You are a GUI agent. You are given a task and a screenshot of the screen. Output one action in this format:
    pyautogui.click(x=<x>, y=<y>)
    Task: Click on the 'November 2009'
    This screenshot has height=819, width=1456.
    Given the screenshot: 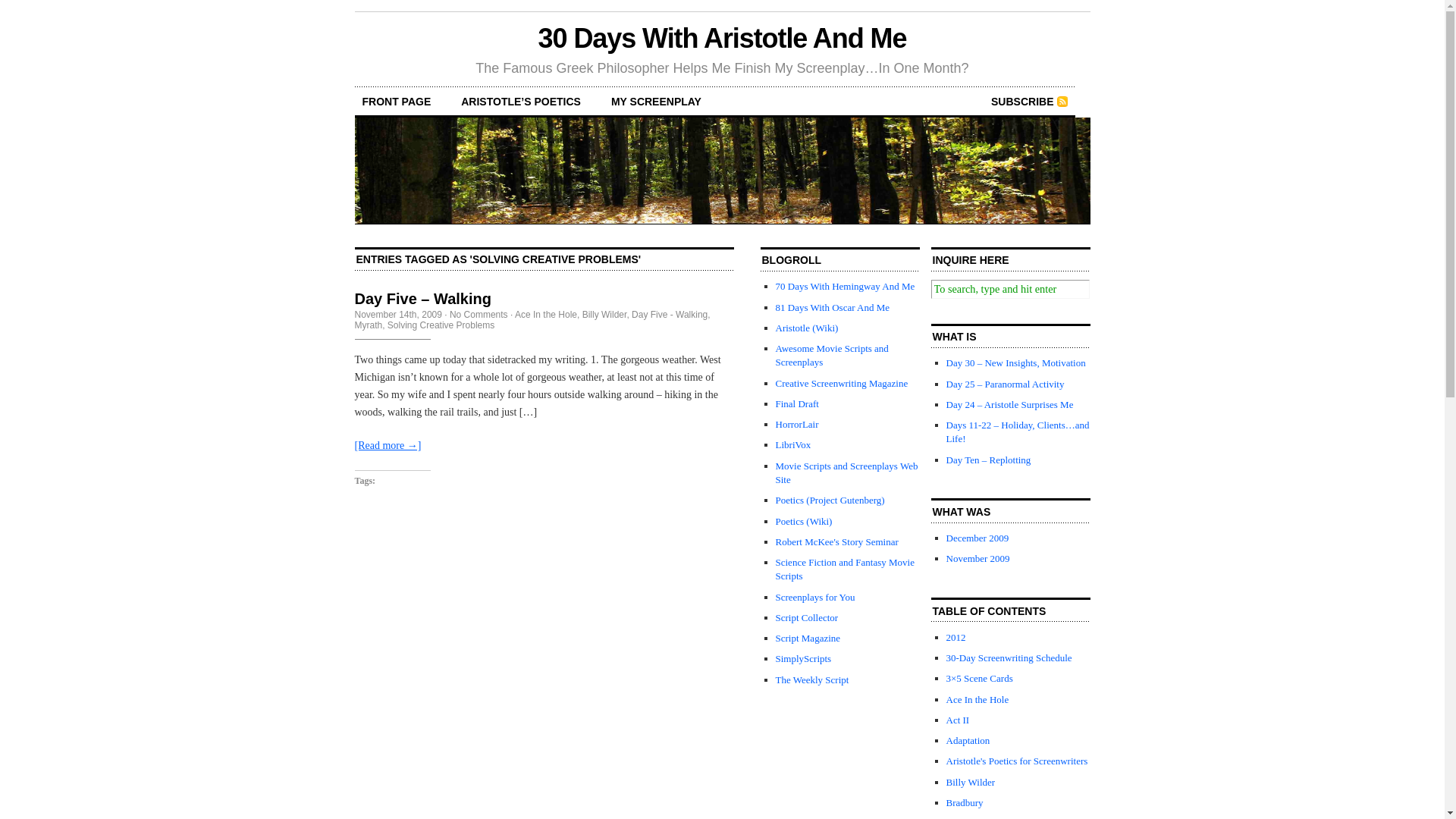 What is the action you would take?
    pyautogui.click(x=978, y=558)
    